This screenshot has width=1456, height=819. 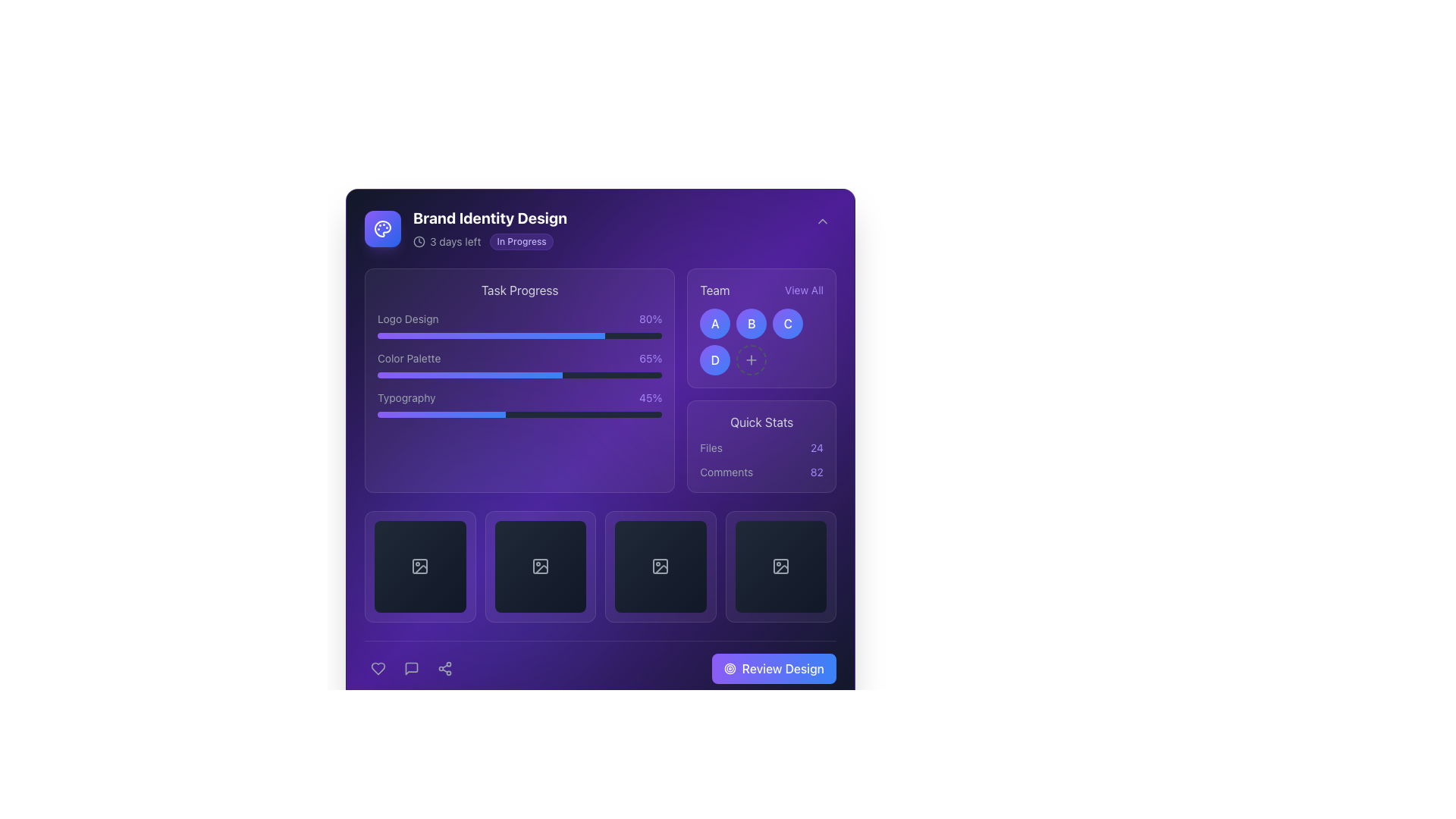 I want to click on the speech bubble icon button, which is the second item from the left in the bottom interactive bar of the panel, to change its color, so click(x=411, y=667).